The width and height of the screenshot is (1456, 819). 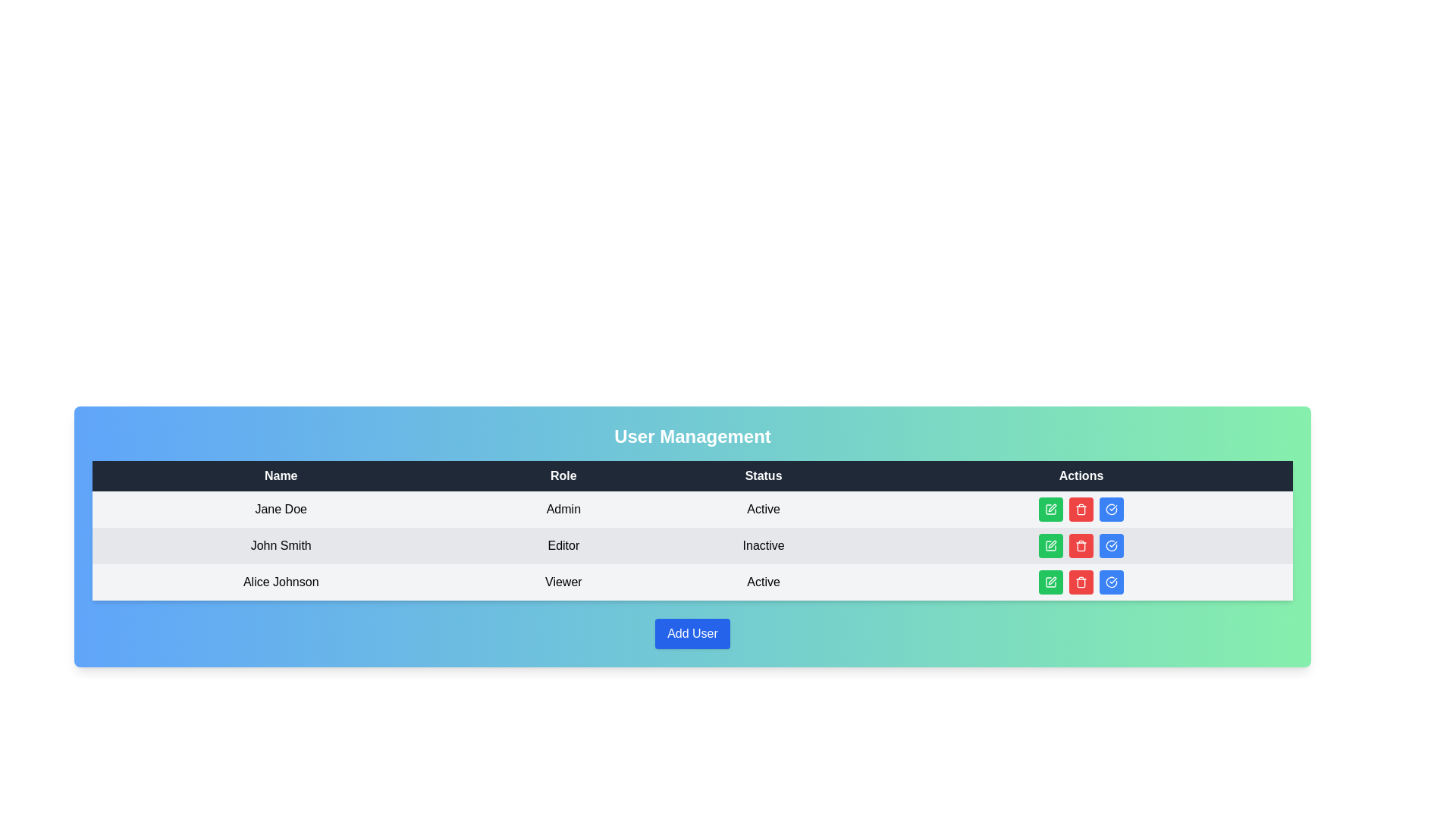 What do you see at coordinates (764, 475) in the screenshot?
I see `the 'Status' text label, which is the third header in the table, styled in white font on a dark background` at bounding box center [764, 475].